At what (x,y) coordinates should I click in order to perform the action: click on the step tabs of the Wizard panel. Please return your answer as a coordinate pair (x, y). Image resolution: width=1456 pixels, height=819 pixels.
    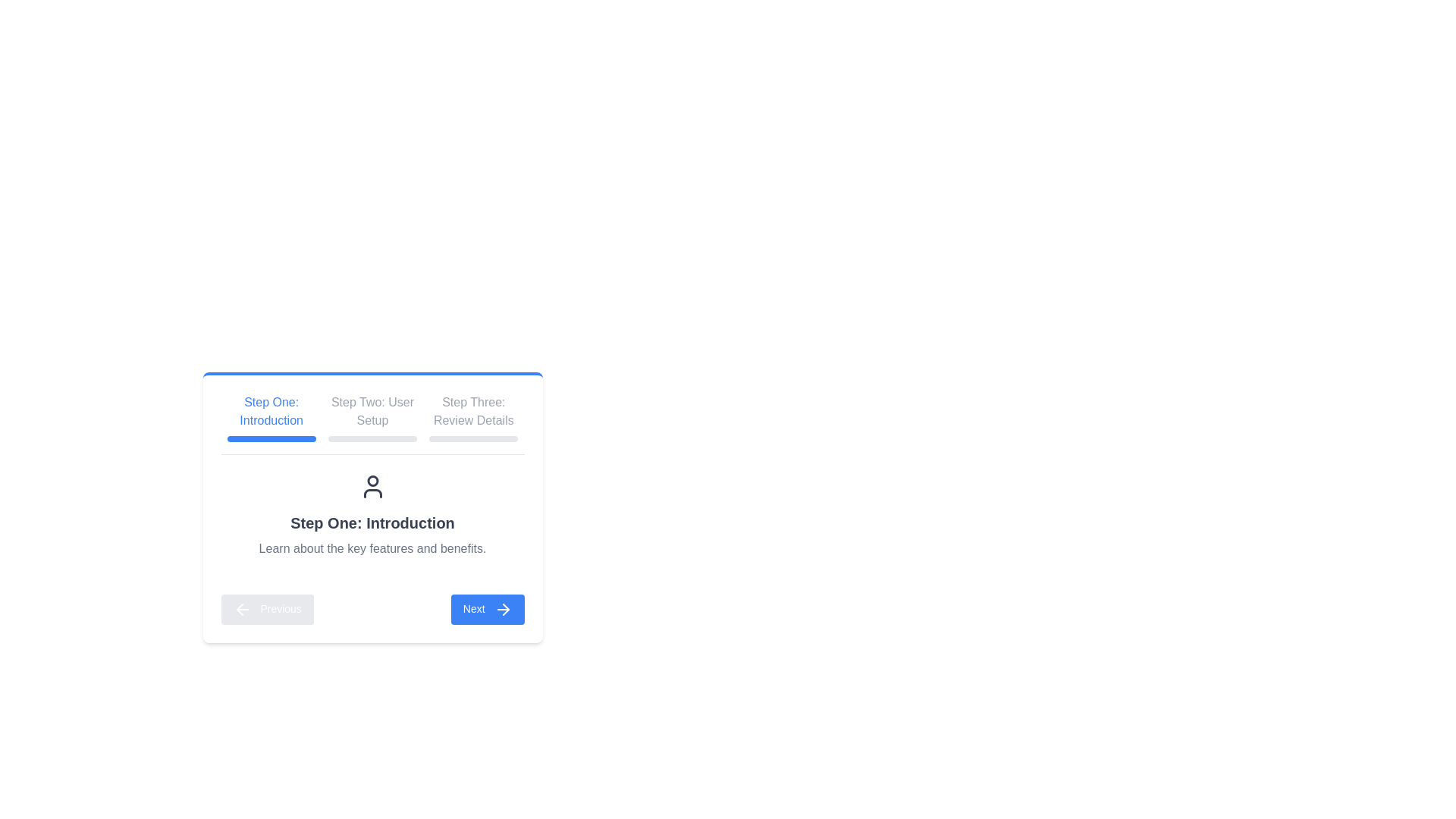
    Looking at the image, I should click on (372, 519).